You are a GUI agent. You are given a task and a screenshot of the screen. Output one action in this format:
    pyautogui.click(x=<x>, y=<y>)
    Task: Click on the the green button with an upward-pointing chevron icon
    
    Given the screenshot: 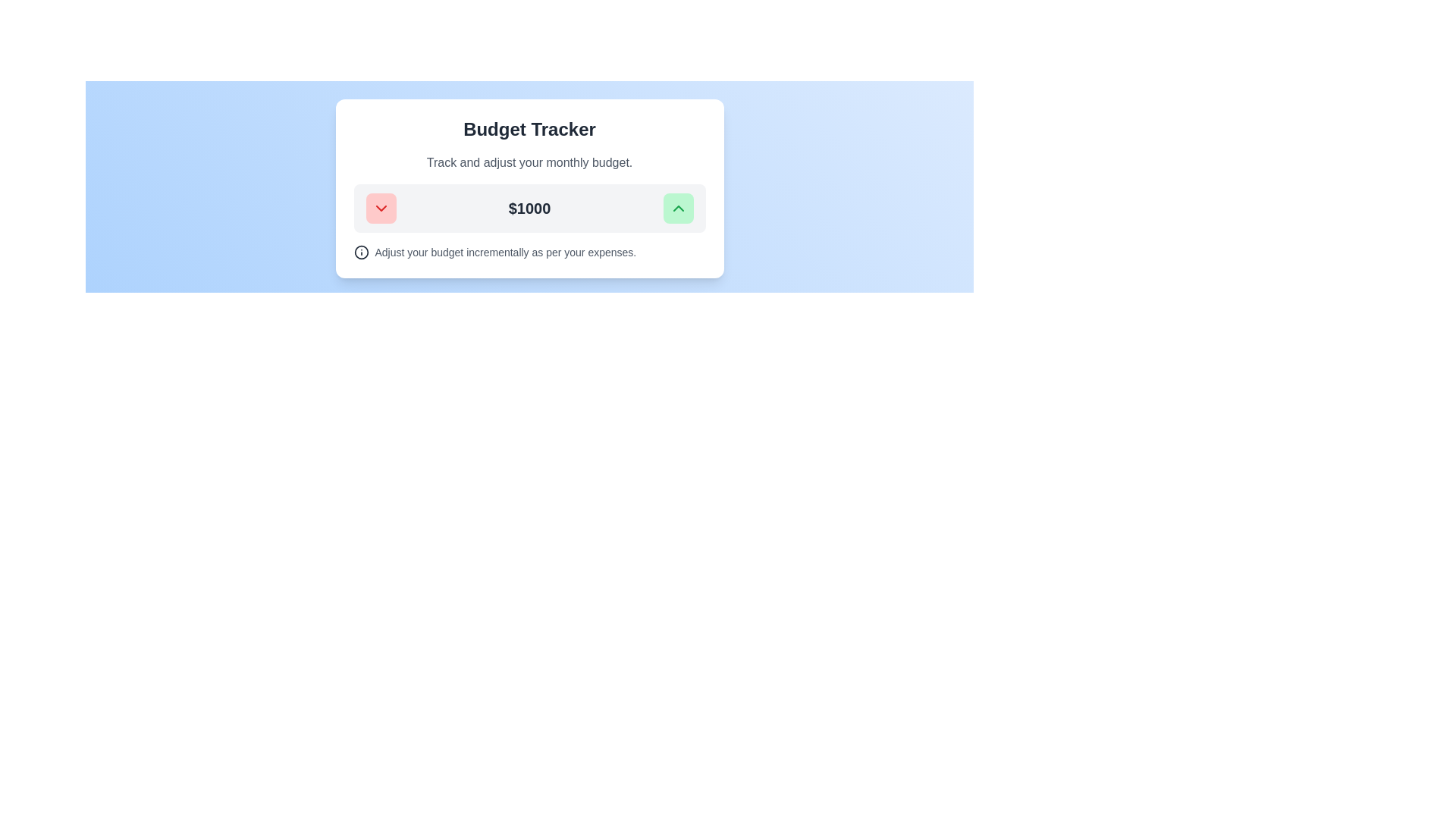 What is the action you would take?
    pyautogui.click(x=677, y=208)
    